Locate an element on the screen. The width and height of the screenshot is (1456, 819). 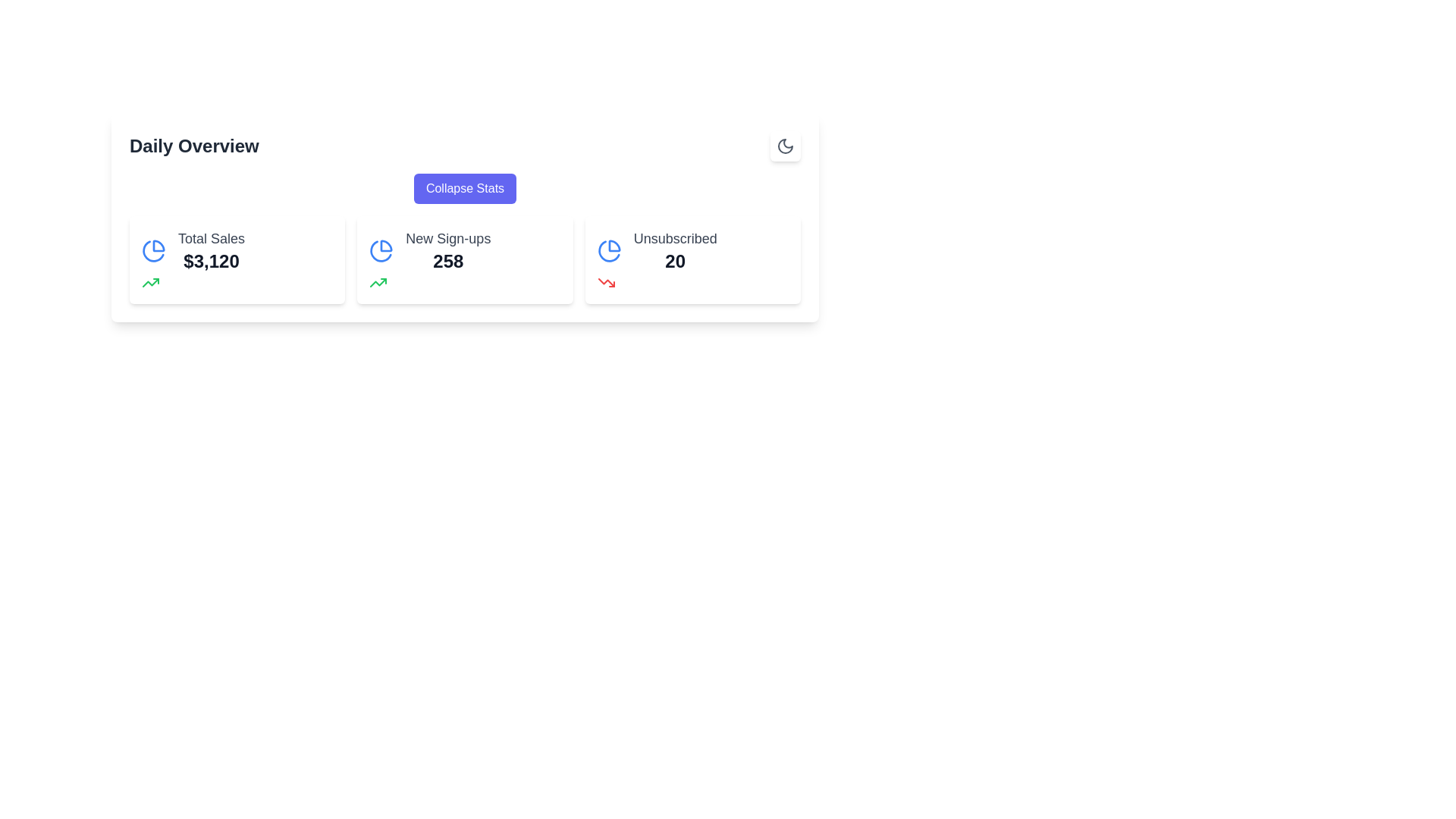
the toggle icon in the top-right corner of the 'Daily Overview' section is located at coordinates (786, 146).